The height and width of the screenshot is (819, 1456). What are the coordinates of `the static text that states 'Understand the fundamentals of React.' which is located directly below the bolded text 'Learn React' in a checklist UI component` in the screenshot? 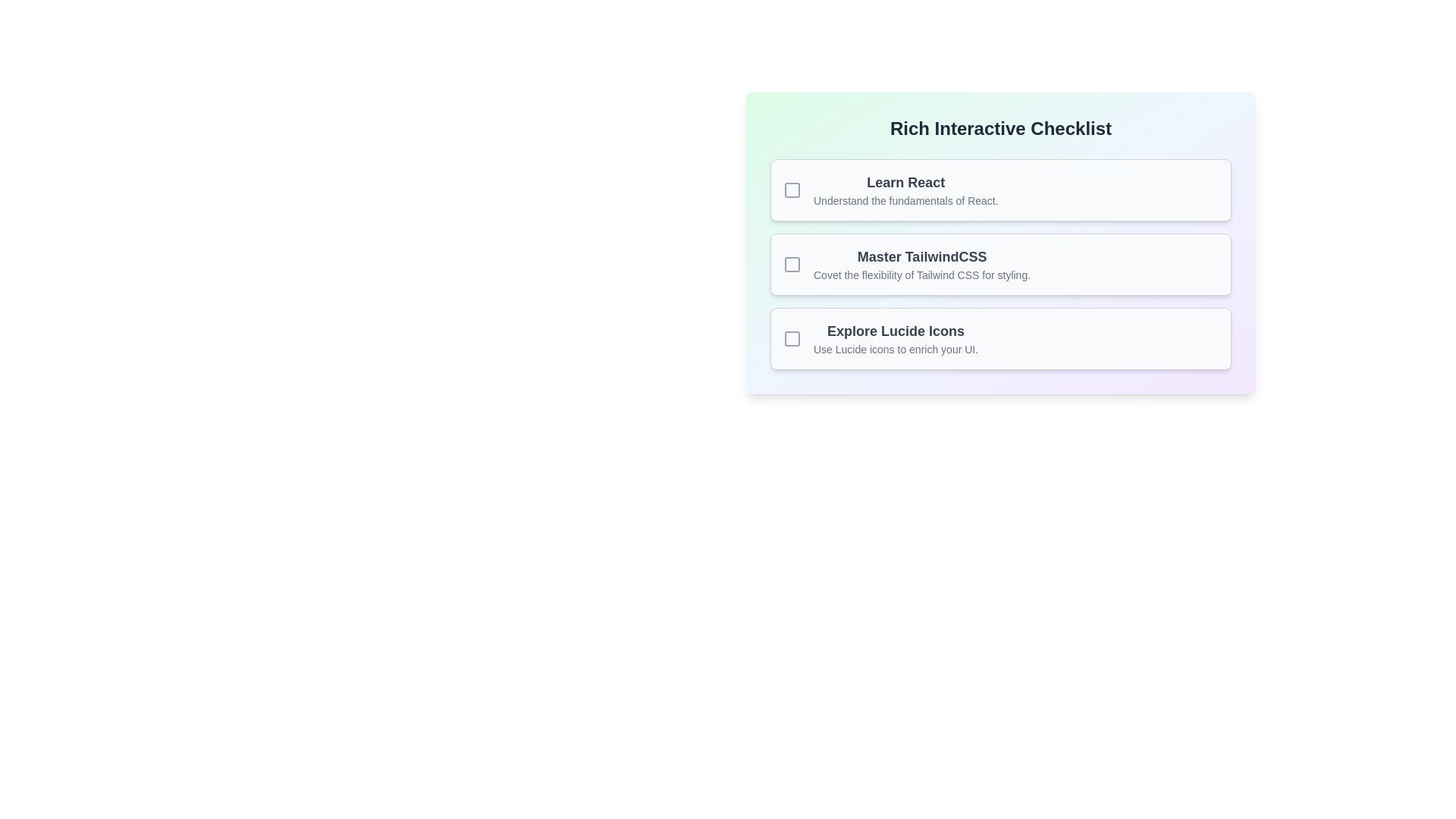 It's located at (905, 200).